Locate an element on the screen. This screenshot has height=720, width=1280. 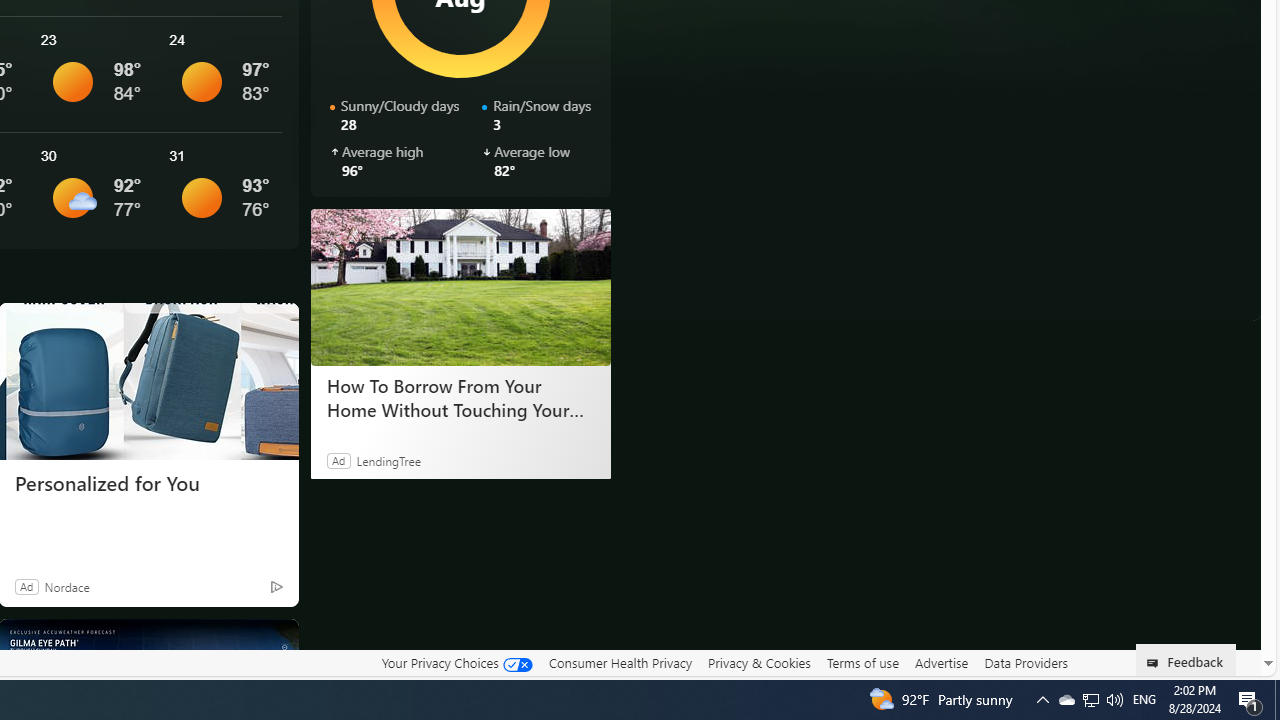
'Class: feedback_link_icon-DS-EntryPoint1-1' is located at coordinates (1156, 663).